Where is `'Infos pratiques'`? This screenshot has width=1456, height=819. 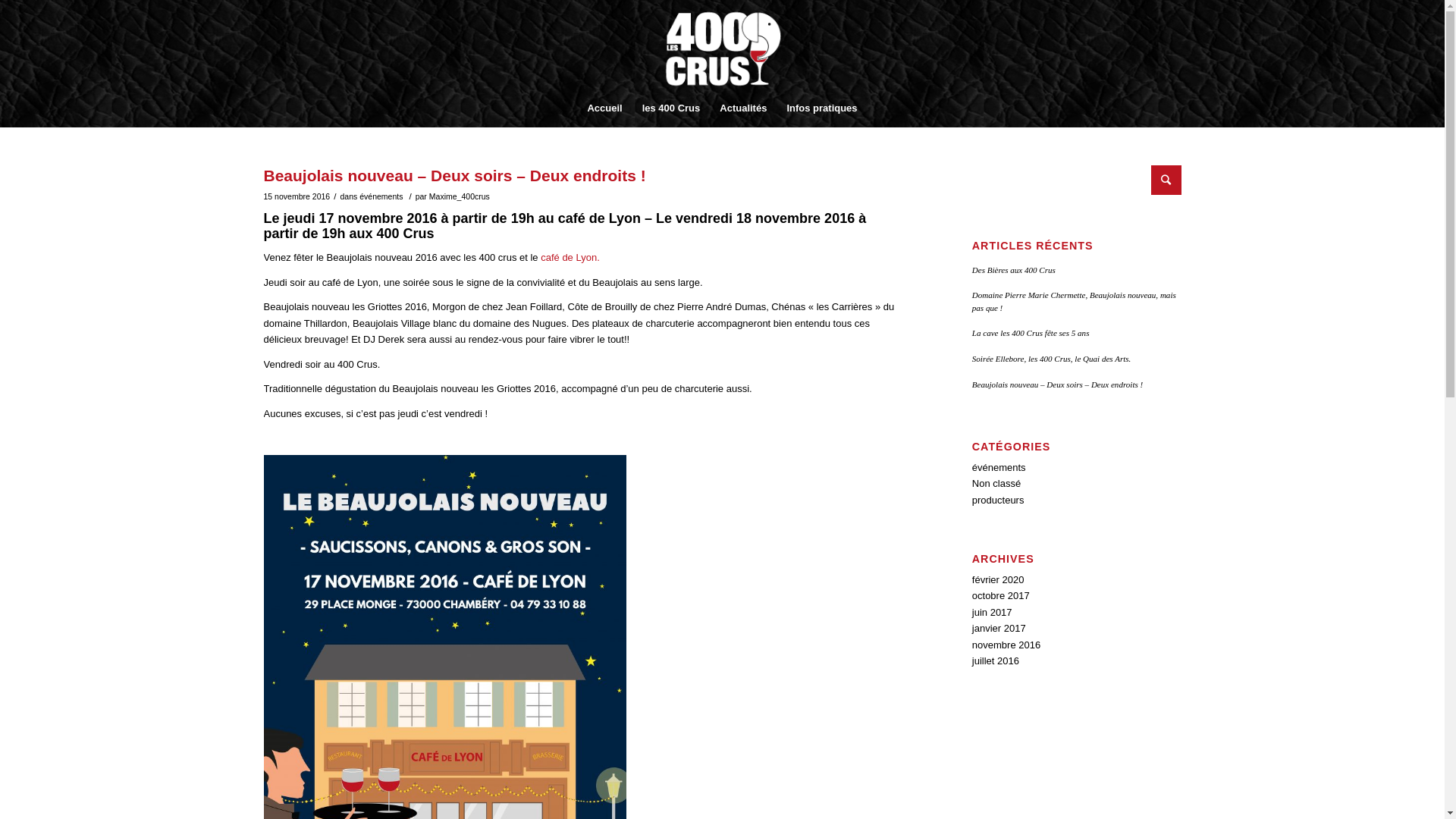
'Infos pratiques' is located at coordinates (821, 107).